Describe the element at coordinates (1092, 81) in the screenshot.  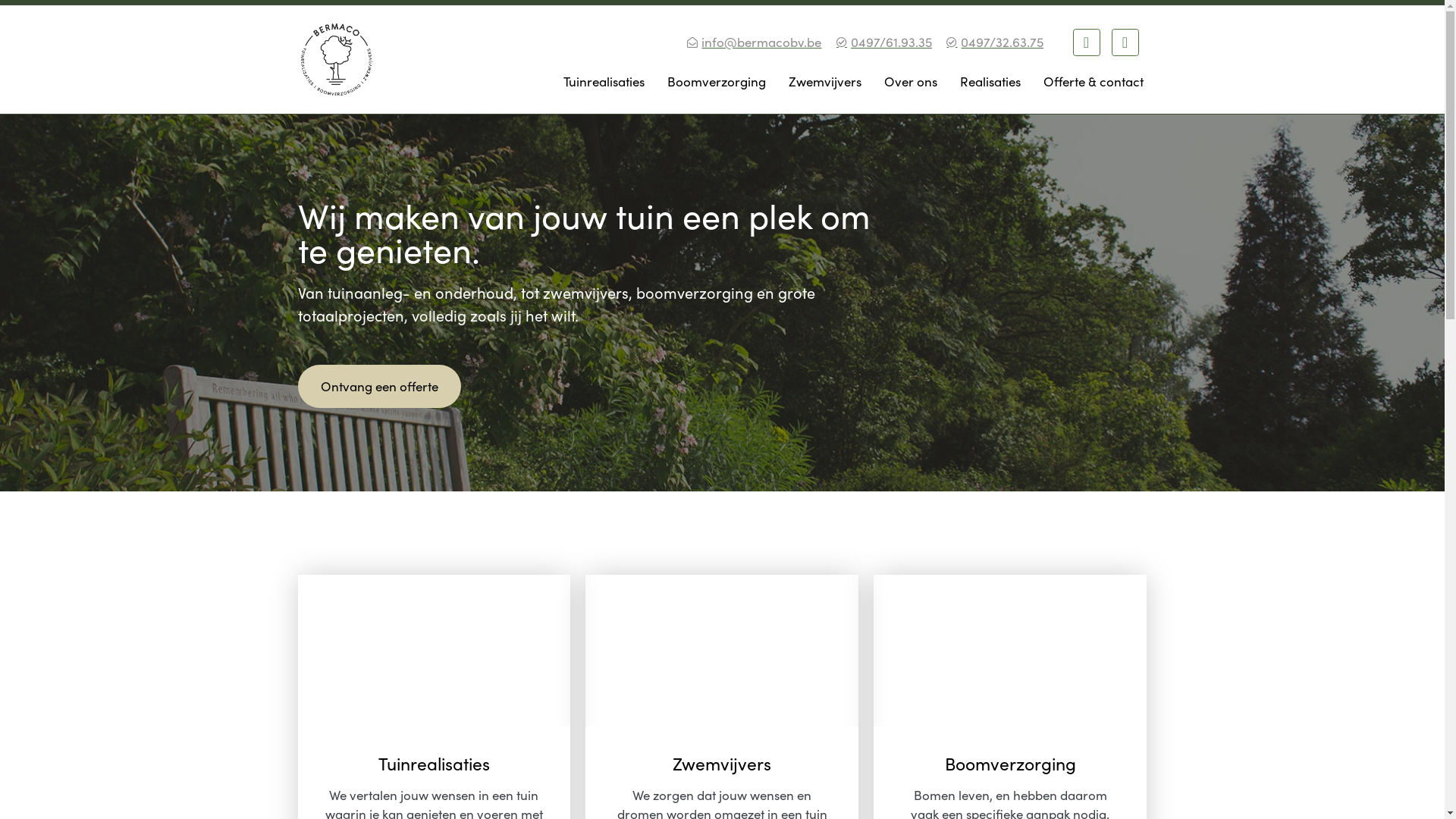
I see `'Offerte & contact'` at that location.